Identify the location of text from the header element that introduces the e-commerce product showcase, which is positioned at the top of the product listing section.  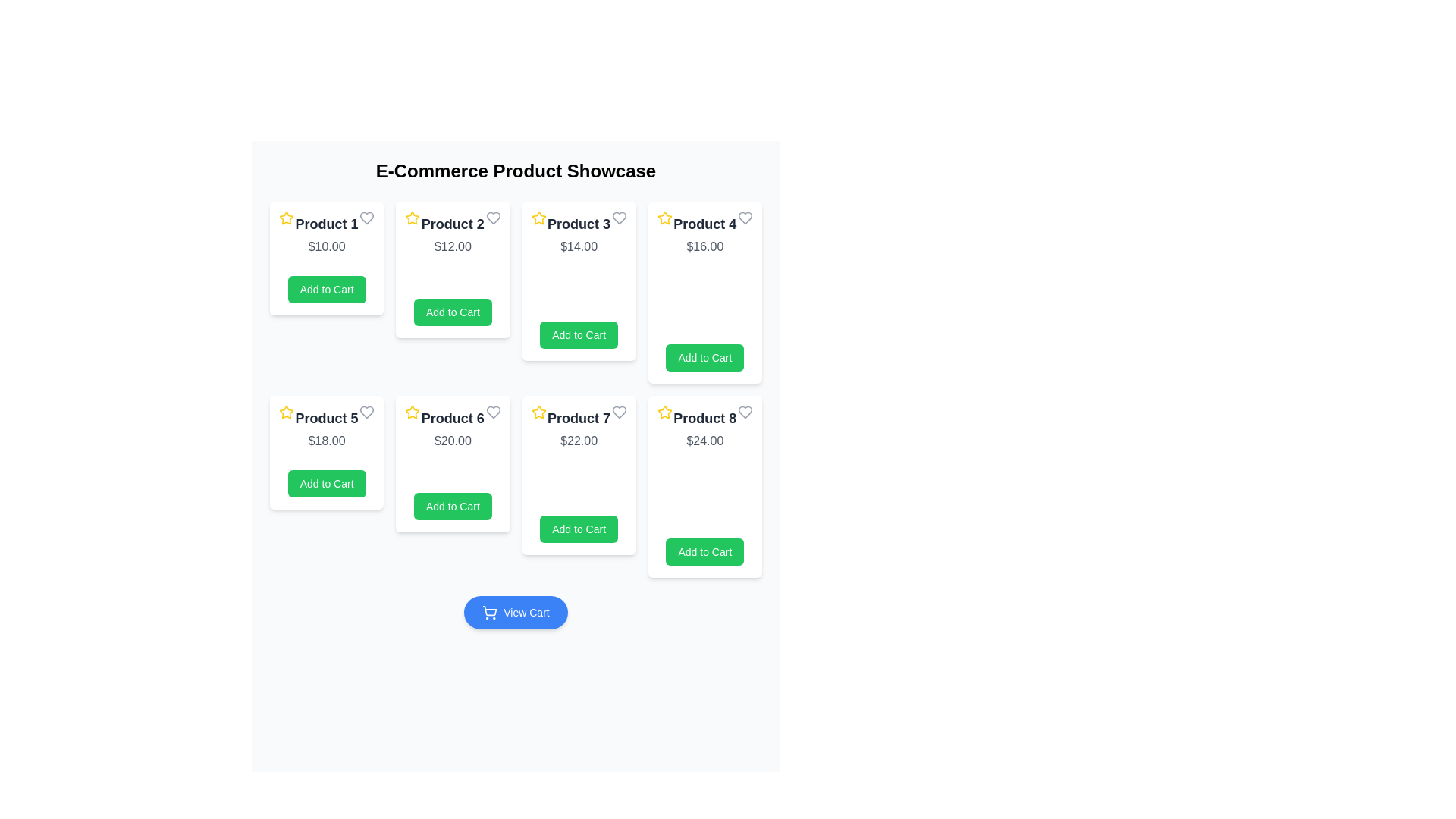
(516, 171).